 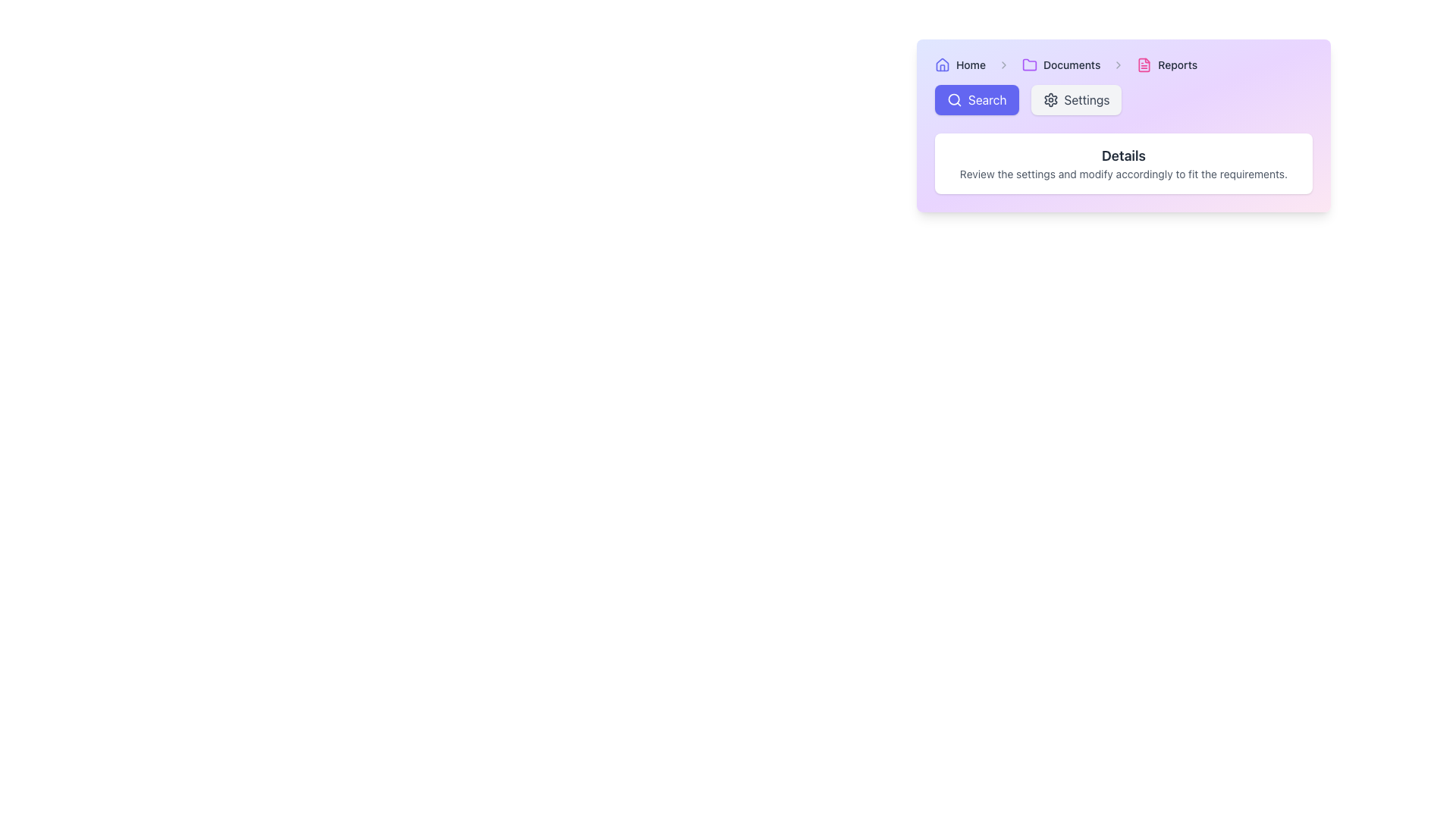 What do you see at coordinates (976, 99) in the screenshot?
I see `the 'Search' button located in the upper-right section of the interface, which has a rounded rectangular shape with indigo background and white text` at bounding box center [976, 99].